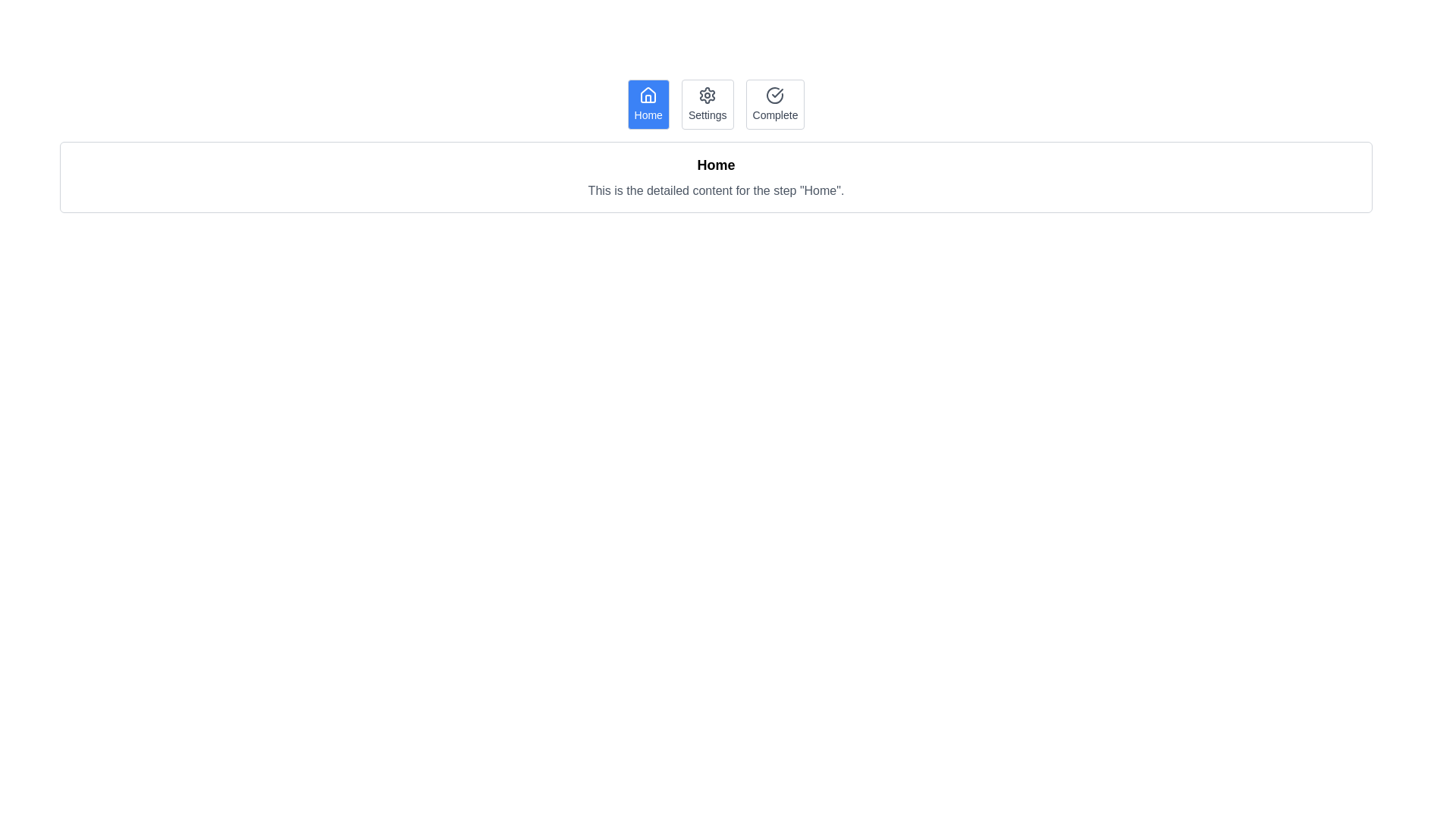 Image resolution: width=1456 pixels, height=819 pixels. I want to click on the gear-shaped settings icon located within the second button from the left in a horizontal series of three buttons labeled 'Home', 'Settings', and 'Complete', so click(707, 96).